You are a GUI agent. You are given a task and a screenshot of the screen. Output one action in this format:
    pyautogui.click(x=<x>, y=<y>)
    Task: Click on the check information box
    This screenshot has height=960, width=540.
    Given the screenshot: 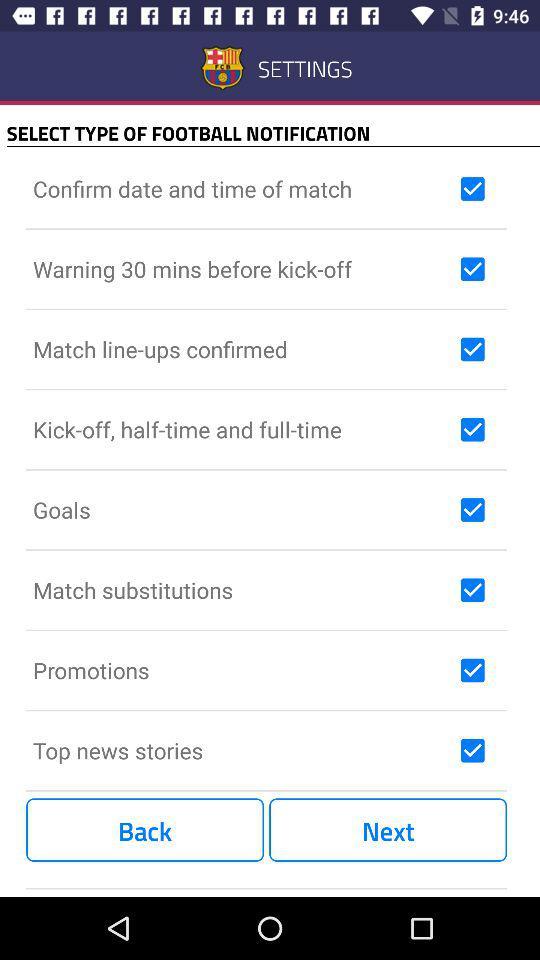 What is the action you would take?
    pyautogui.click(x=472, y=508)
    